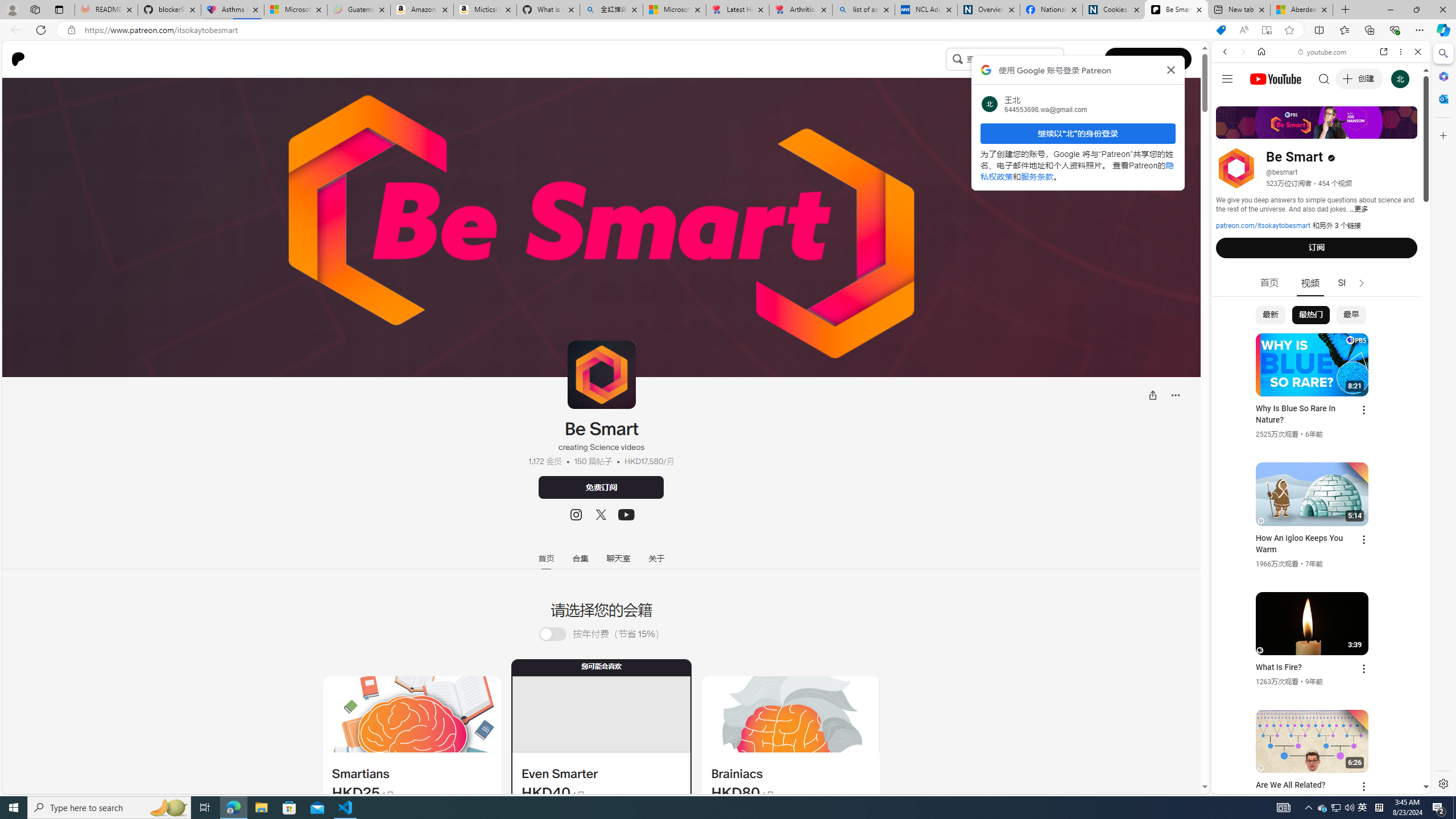  What do you see at coordinates (1230, 130) in the screenshot?
I see `'WEB  '` at bounding box center [1230, 130].